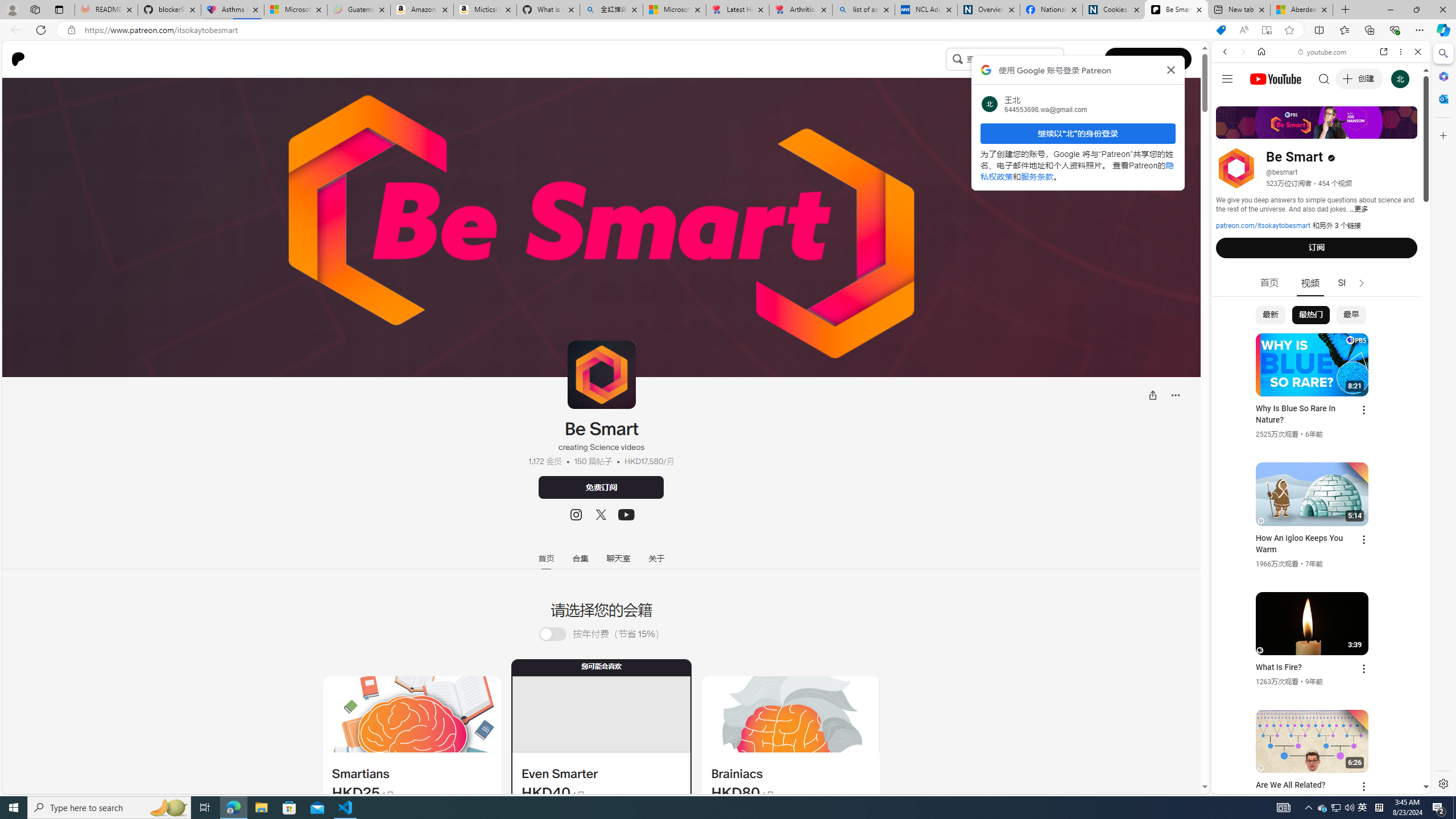  What do you see at coordinates (1230, 130) in the screenshot?
I see `'WEB  '` at bounding box center [1230, 130].